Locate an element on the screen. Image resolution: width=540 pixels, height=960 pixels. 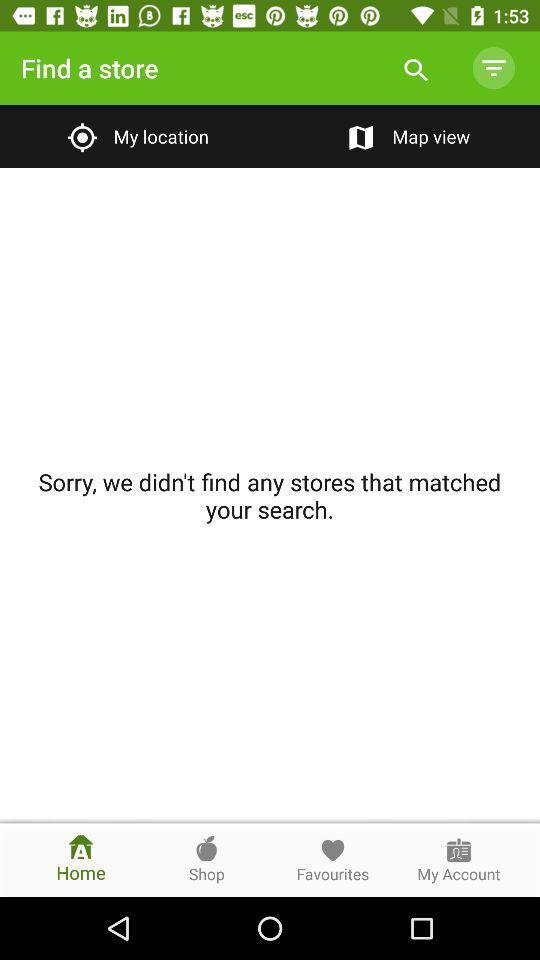
item below find a store is located at coordinates (135, 135).